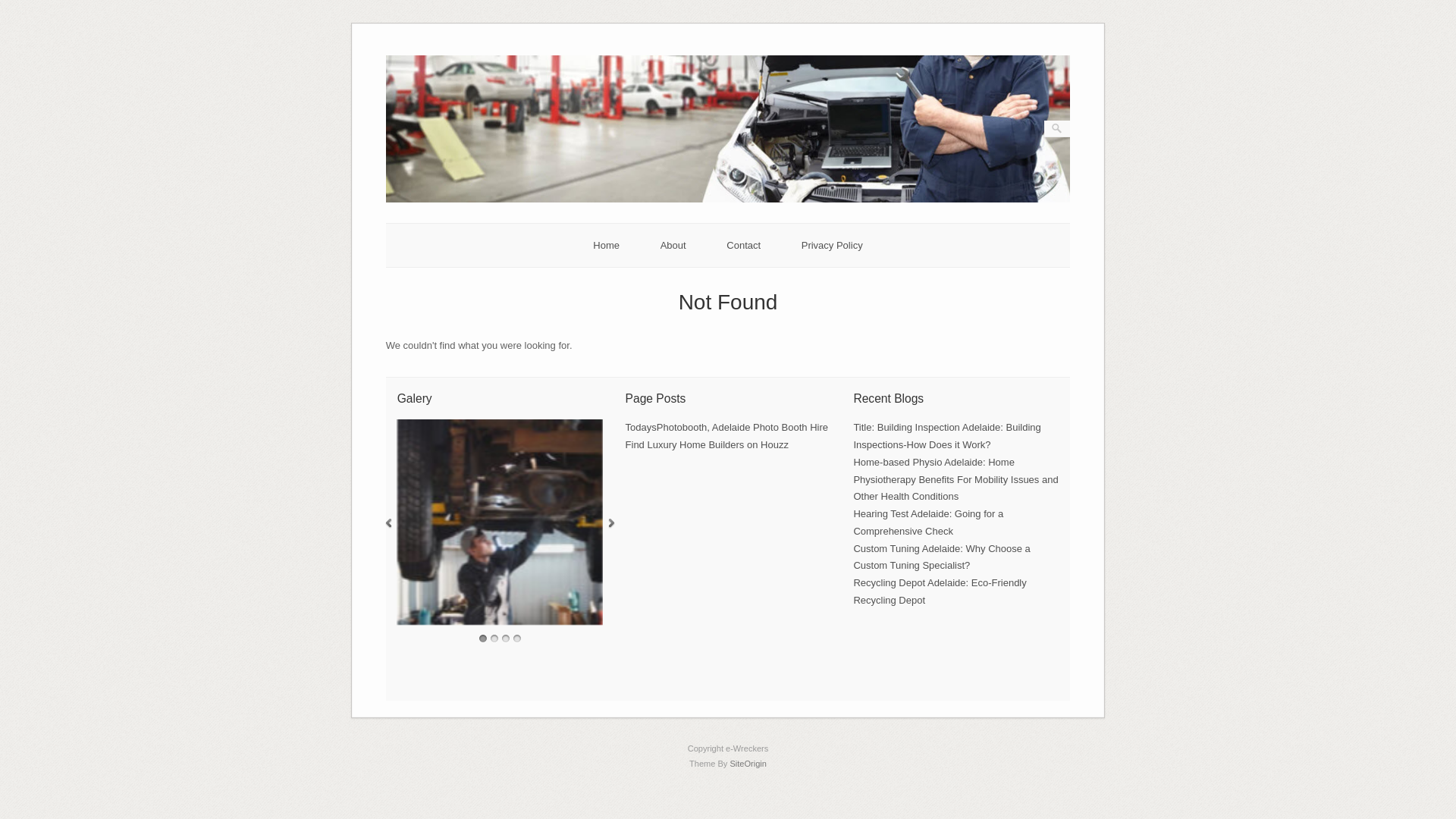  Describe the element at coordinates (726, 427) in the screenshot. I see `'TodaysPhotobooth, Adelaide Photo Booth Hire'` at that location.